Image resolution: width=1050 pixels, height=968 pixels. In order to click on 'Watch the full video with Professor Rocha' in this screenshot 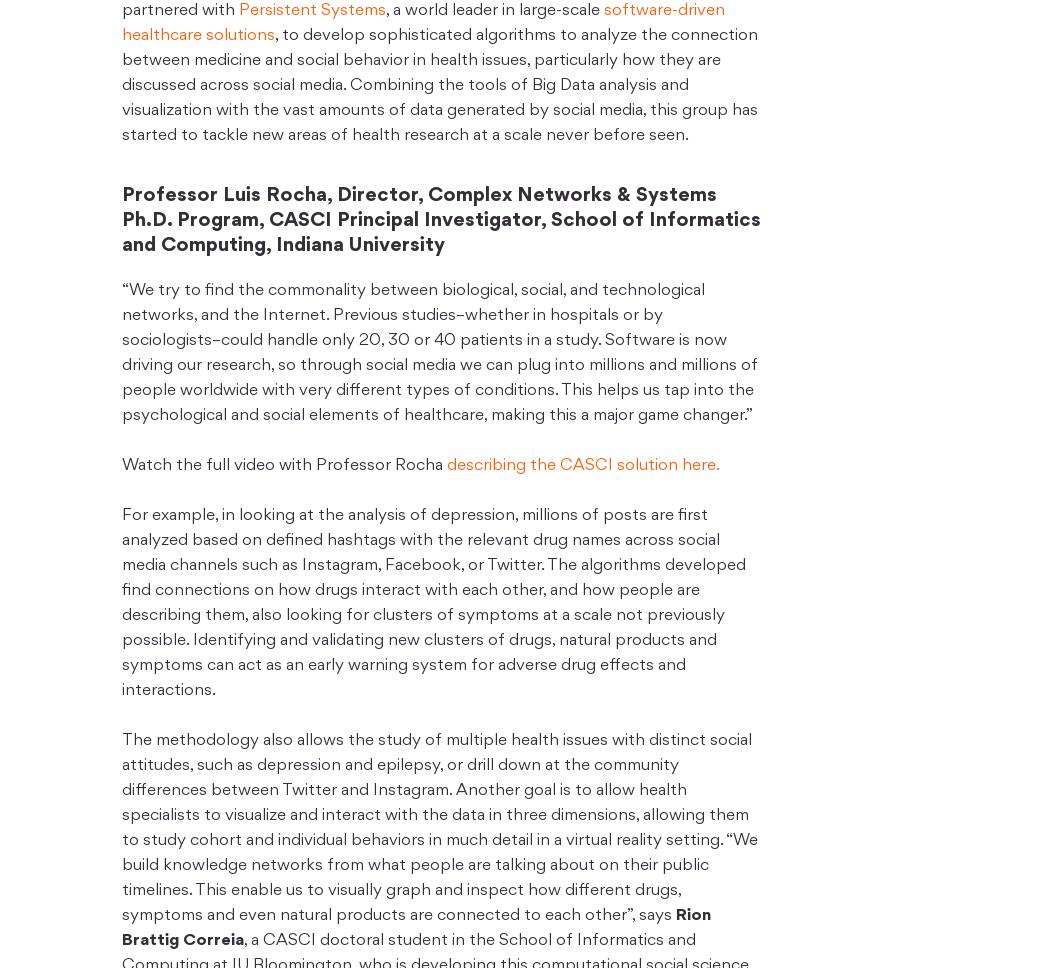, I will do `click(283, 464)`.